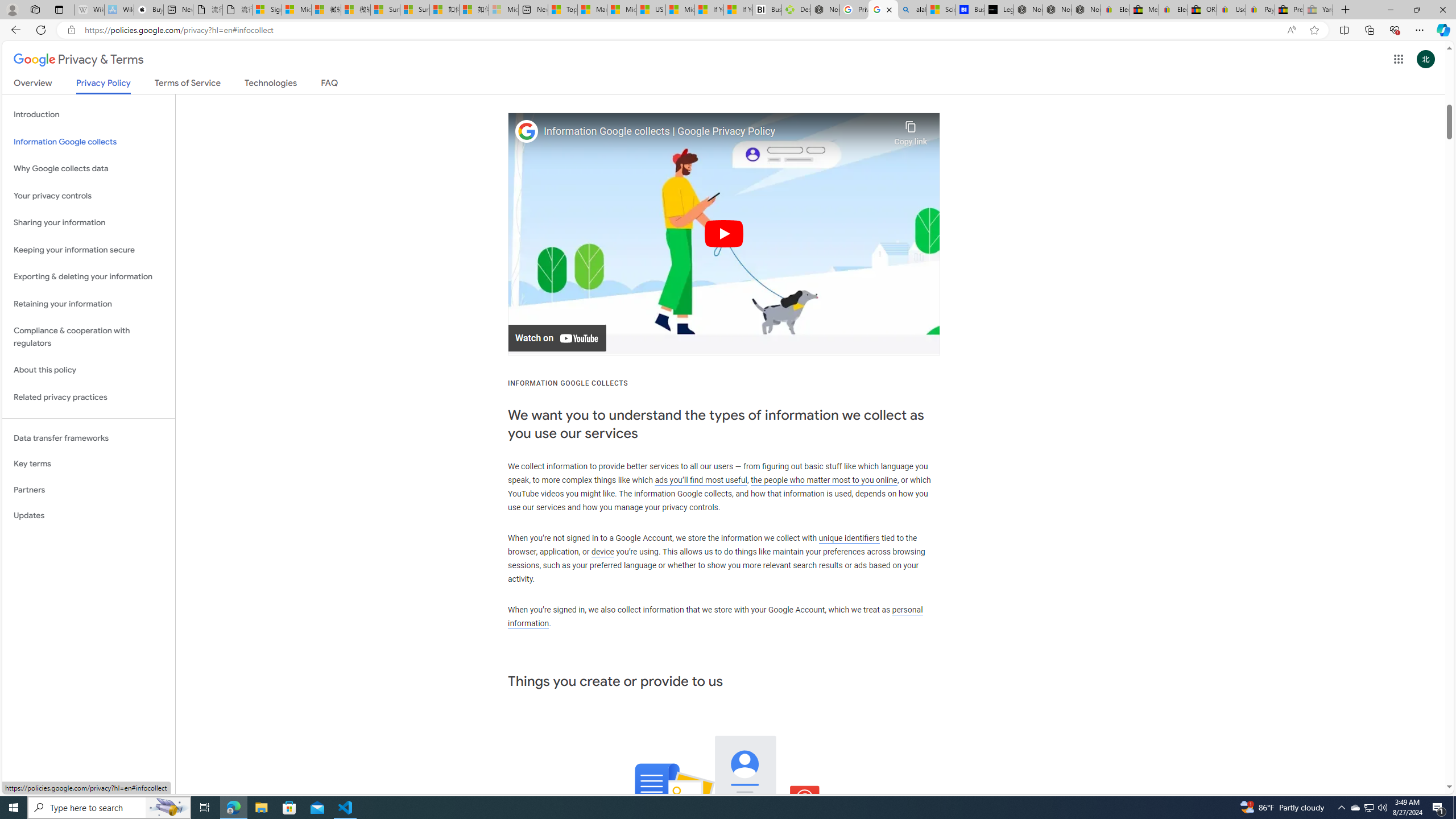 This screenshot has width=1456, height=819. I want to click on 'Payments Terms of Use | eBay.com', so click(1259, 9).